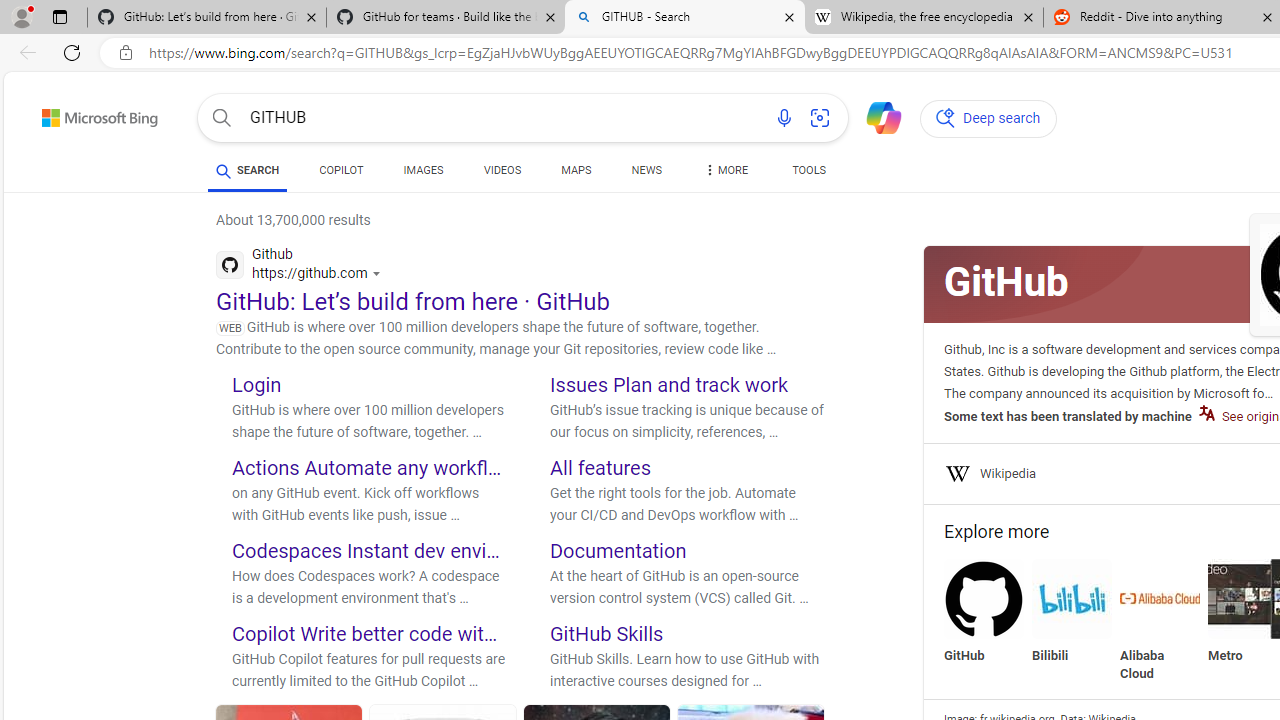 This screenshot has height=720, width=1280. What do you see at coordinates (606, 633) in the screenshot?
I see `'GitHub Skills'` at bounding box center [606, 633].